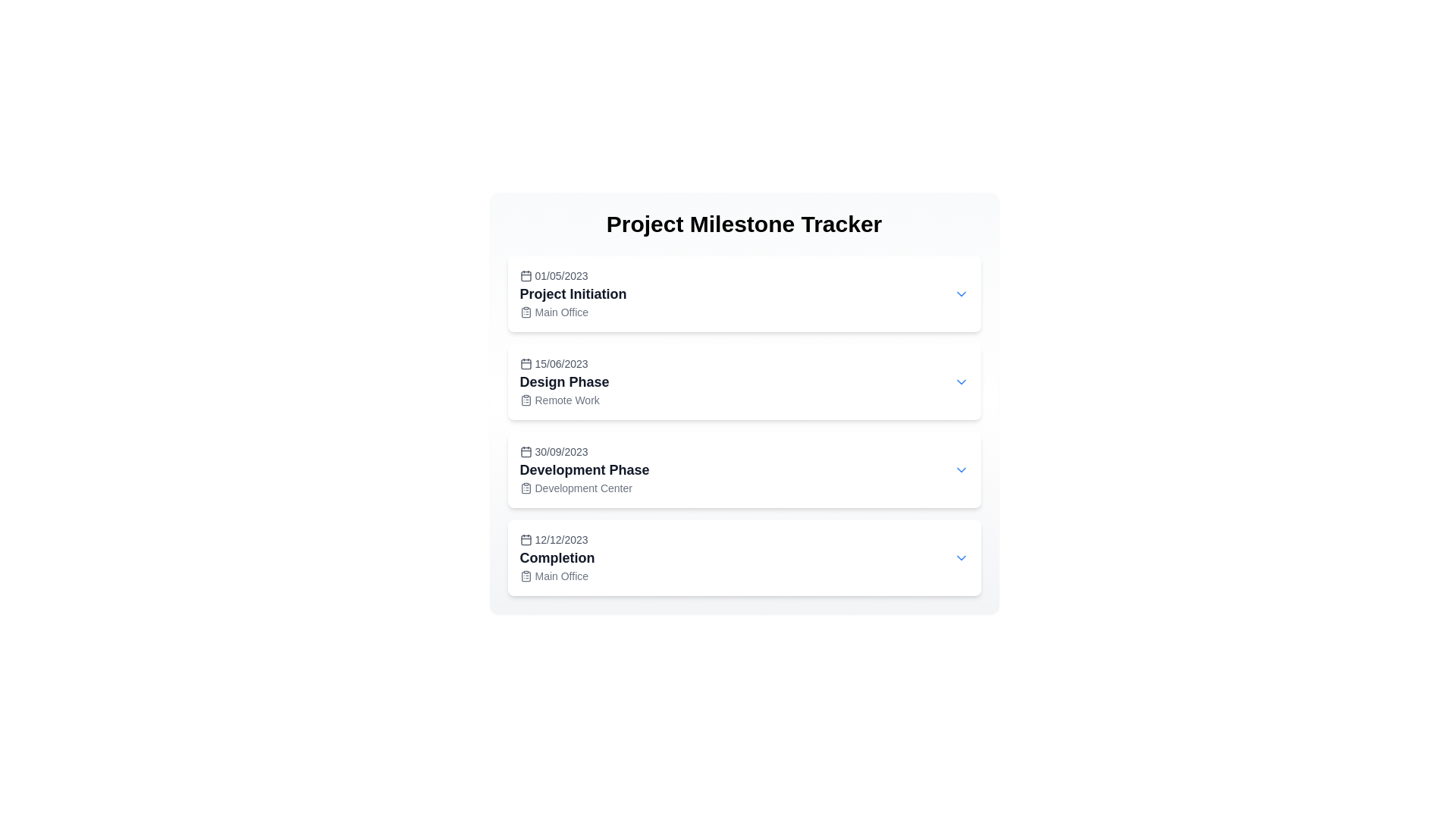 The width and height of the screenshot is (1456, 819). Describe the element at coordinates (526, 276) in the screenshot. I see `the decorative calendar icon element located near the top-left section of the 'Project Initiation' item in the project milestones list` at that location.